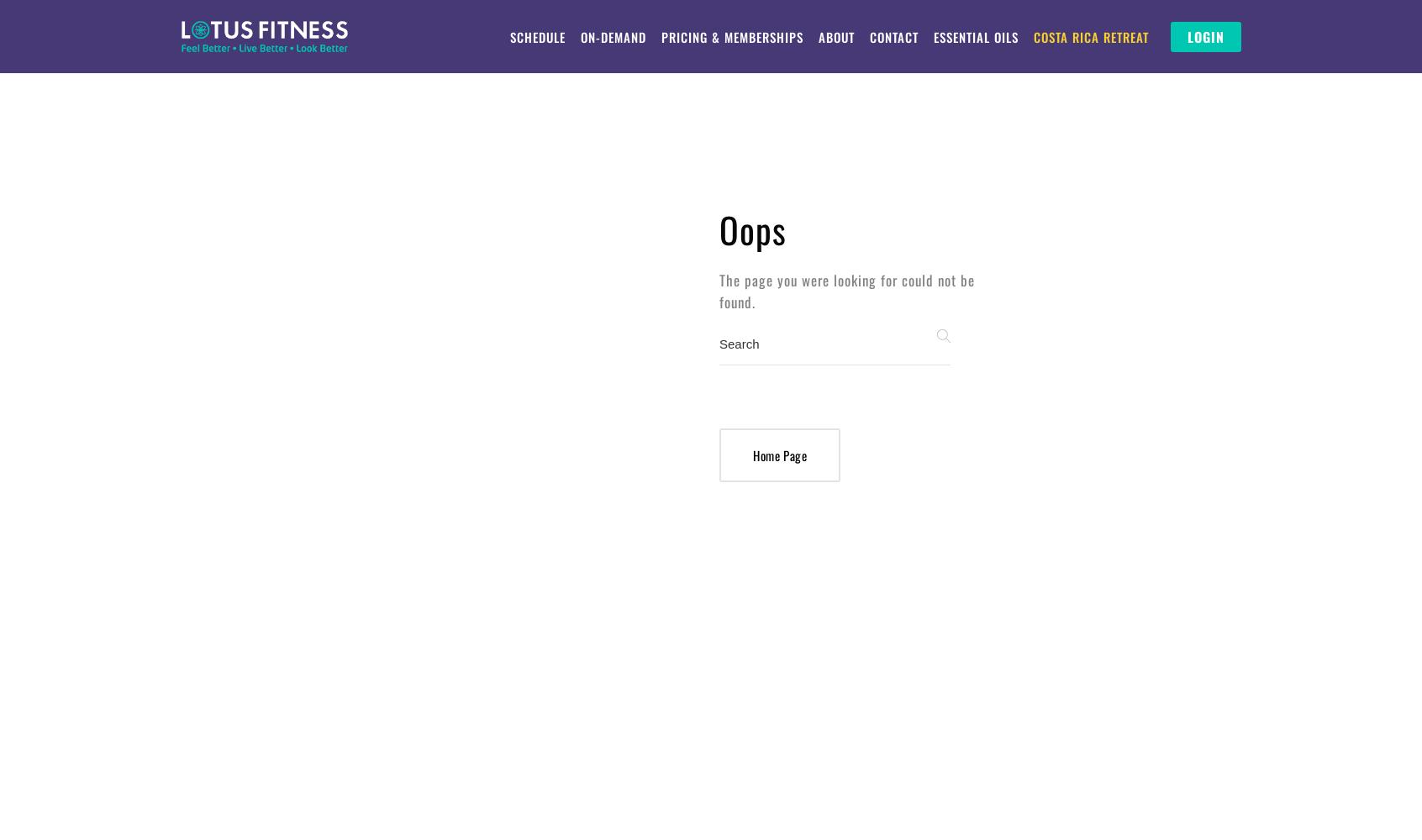 The height and width of the screenshot is (840, 1422). I want to click on 'SCHEDULE', so click(537, 37).